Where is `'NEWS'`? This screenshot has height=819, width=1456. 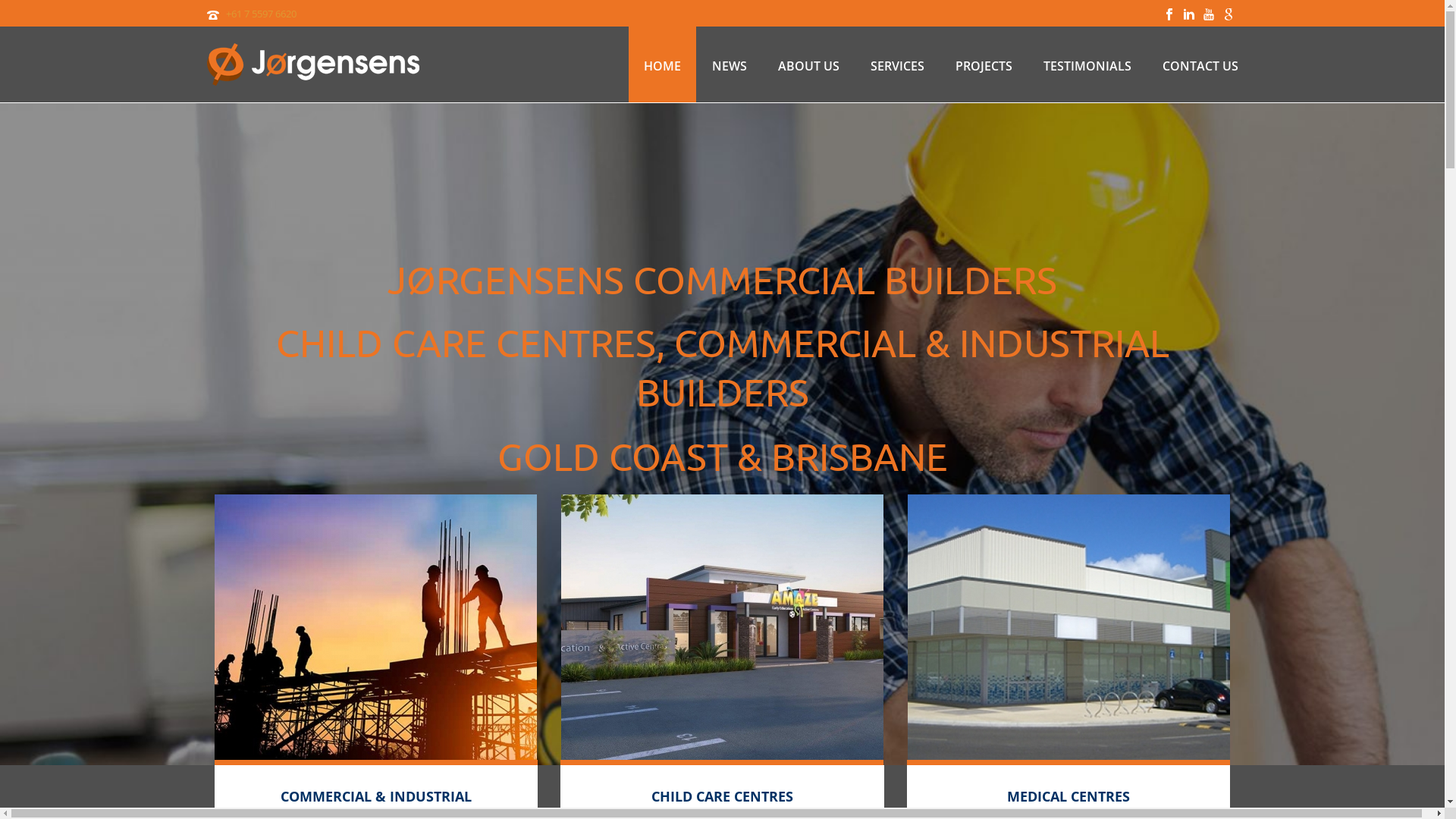 'NEWS' is located at coordinates (695, 63).